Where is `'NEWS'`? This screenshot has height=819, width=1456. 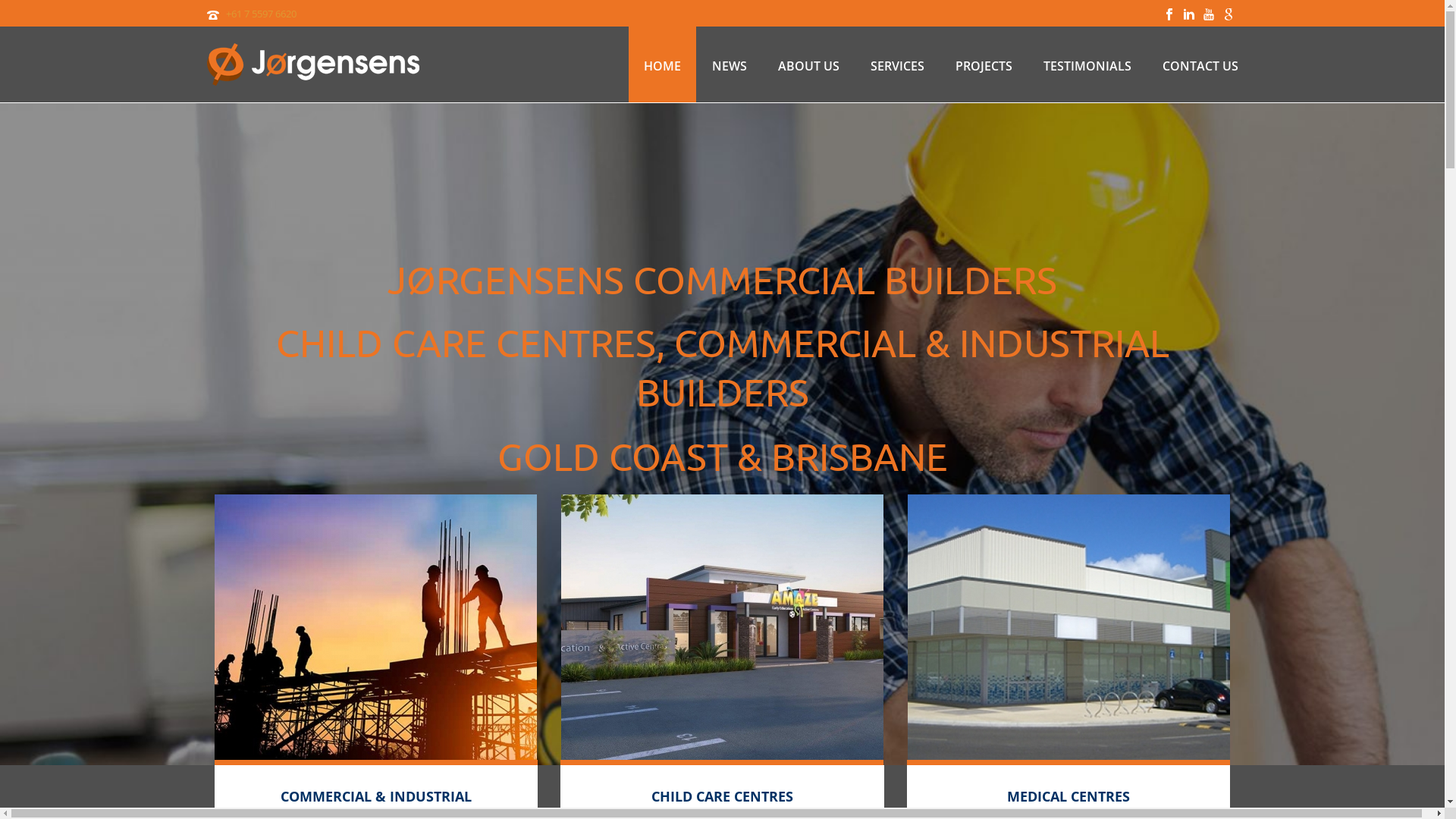 'NEWS' is located at coordinates (695, 63).